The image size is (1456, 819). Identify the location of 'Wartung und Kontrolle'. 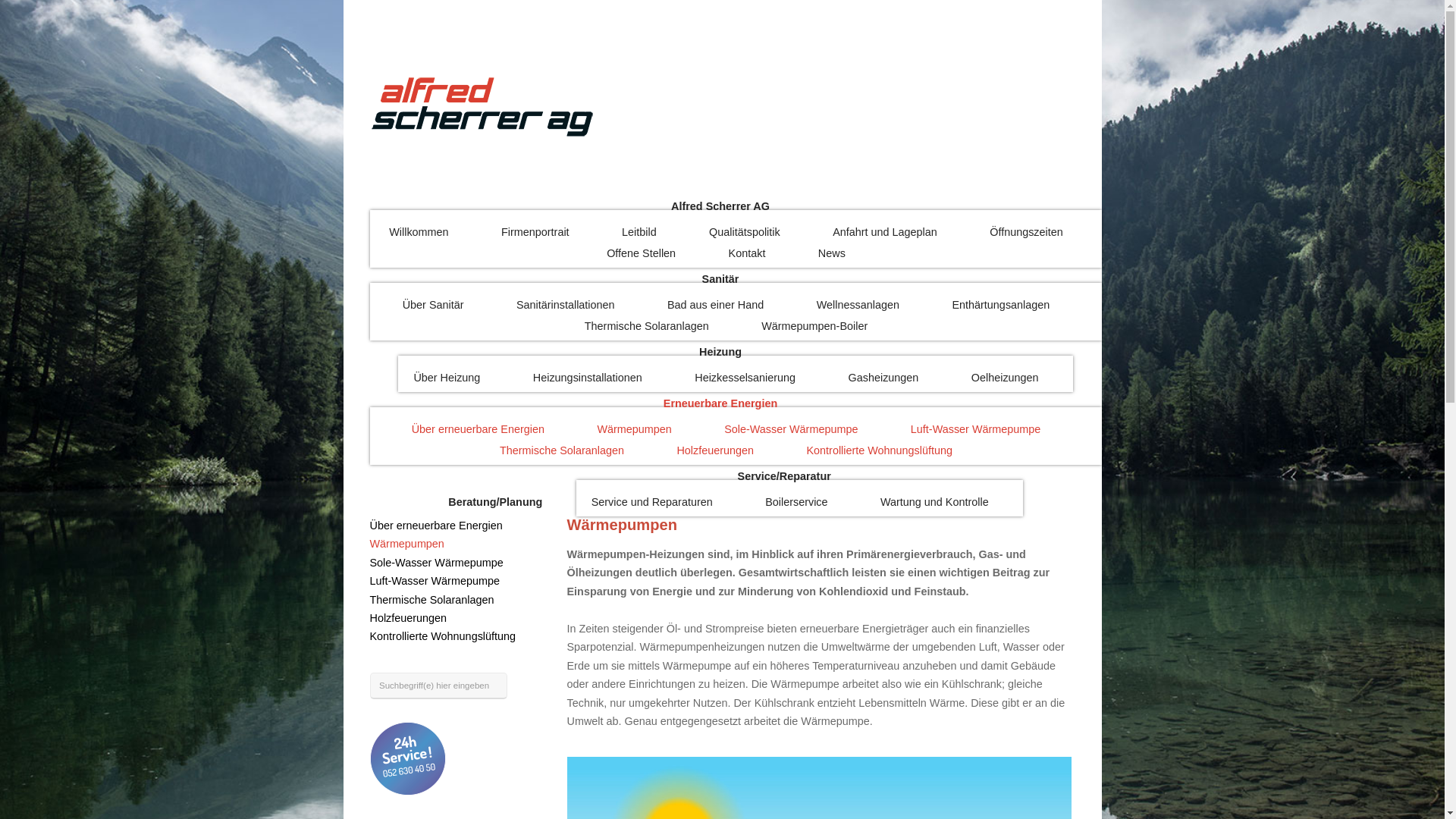
(934, 506).